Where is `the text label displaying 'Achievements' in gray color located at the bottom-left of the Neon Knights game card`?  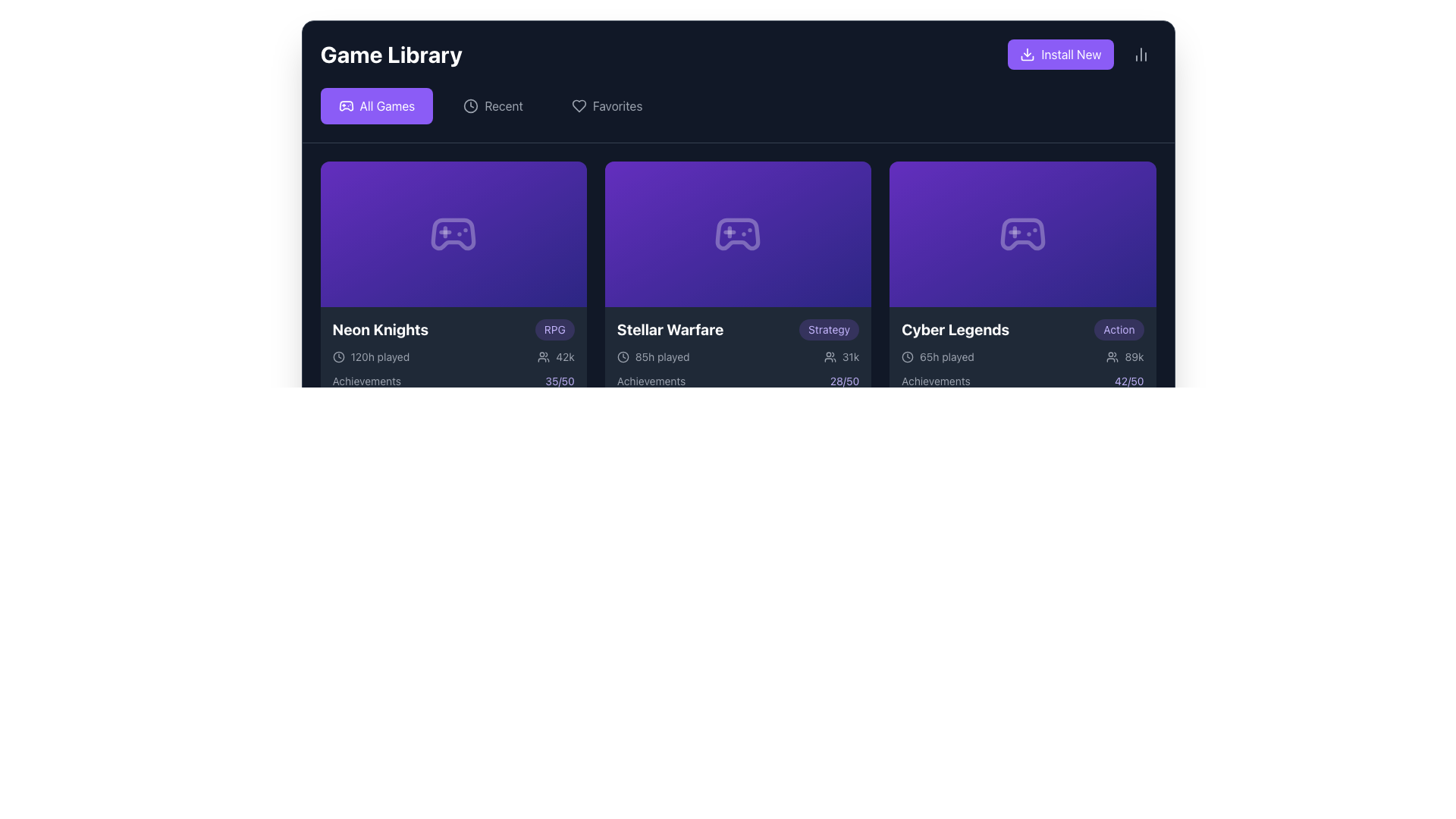 the text label displaying 'Achievements' in gray color located at the bottom-left of the Neon Knights game card is located at coordinates (366, 380).